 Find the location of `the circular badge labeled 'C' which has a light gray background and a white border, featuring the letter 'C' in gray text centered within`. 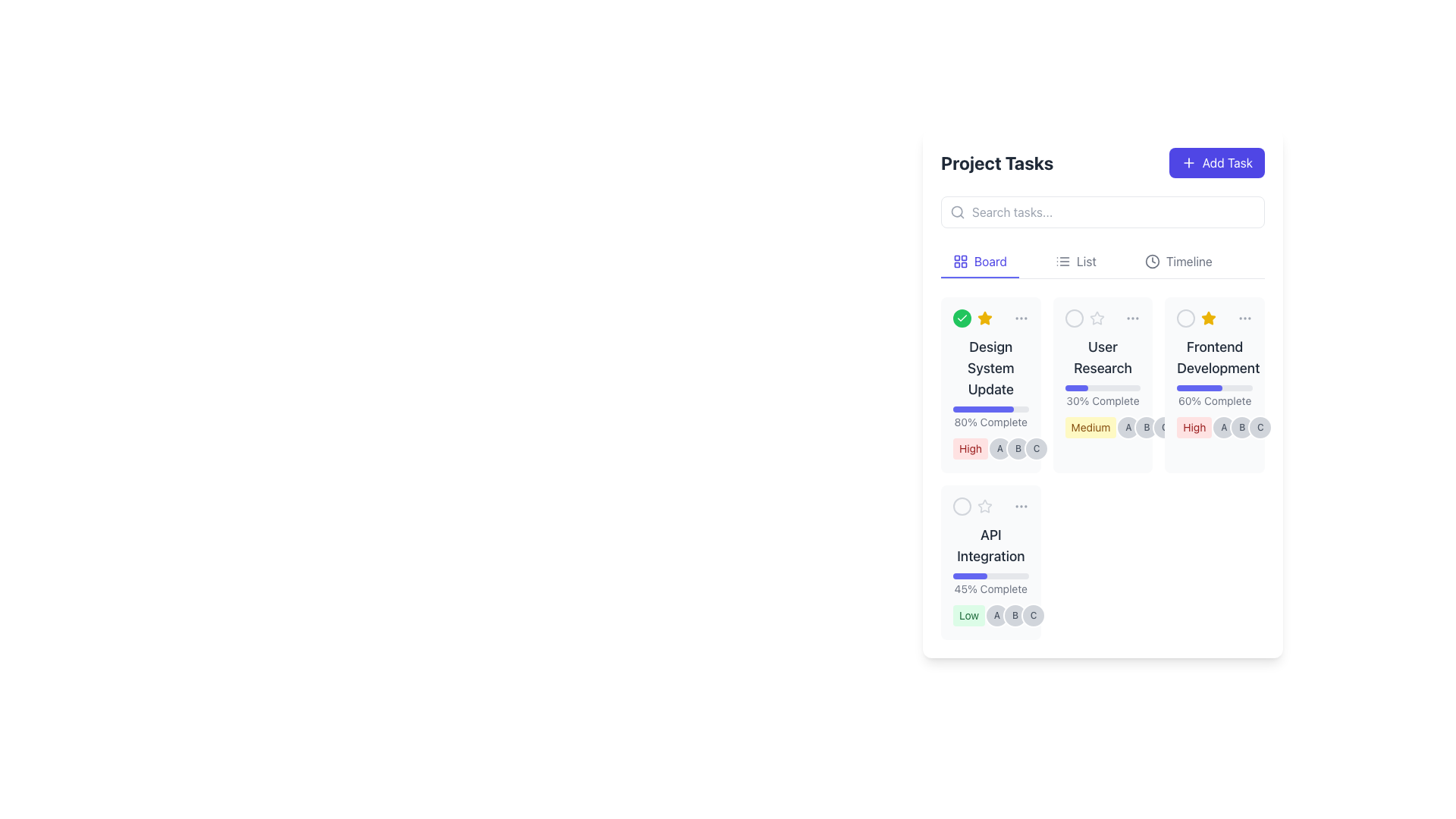

the circular badge labeled 'C' which has a light gray background and a white border, featuring the letter 'C' in gray text centered within is located at coordinates (1036, 447).